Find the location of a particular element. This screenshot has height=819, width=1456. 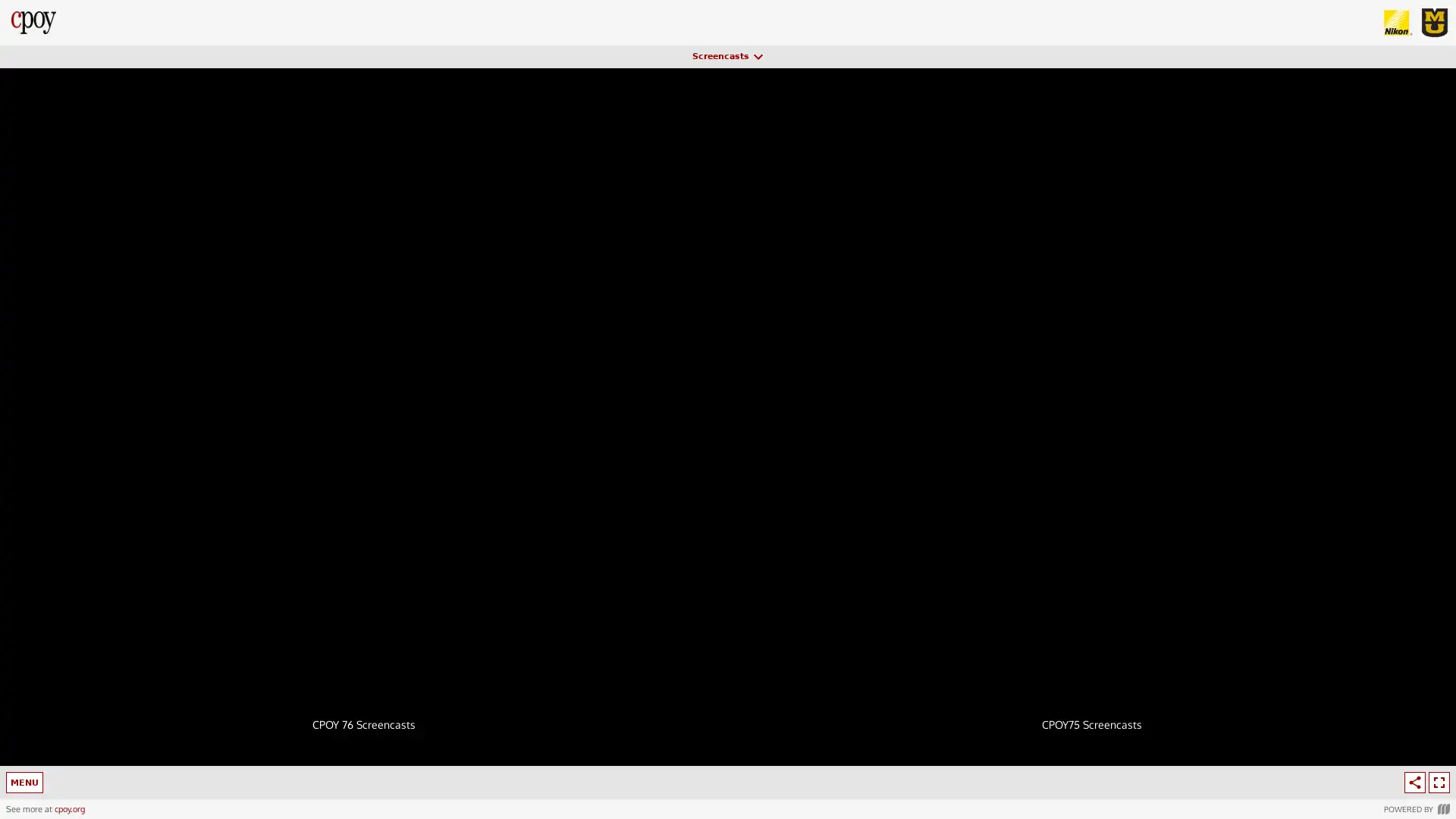

MENU is located at coordinates (26, 783).